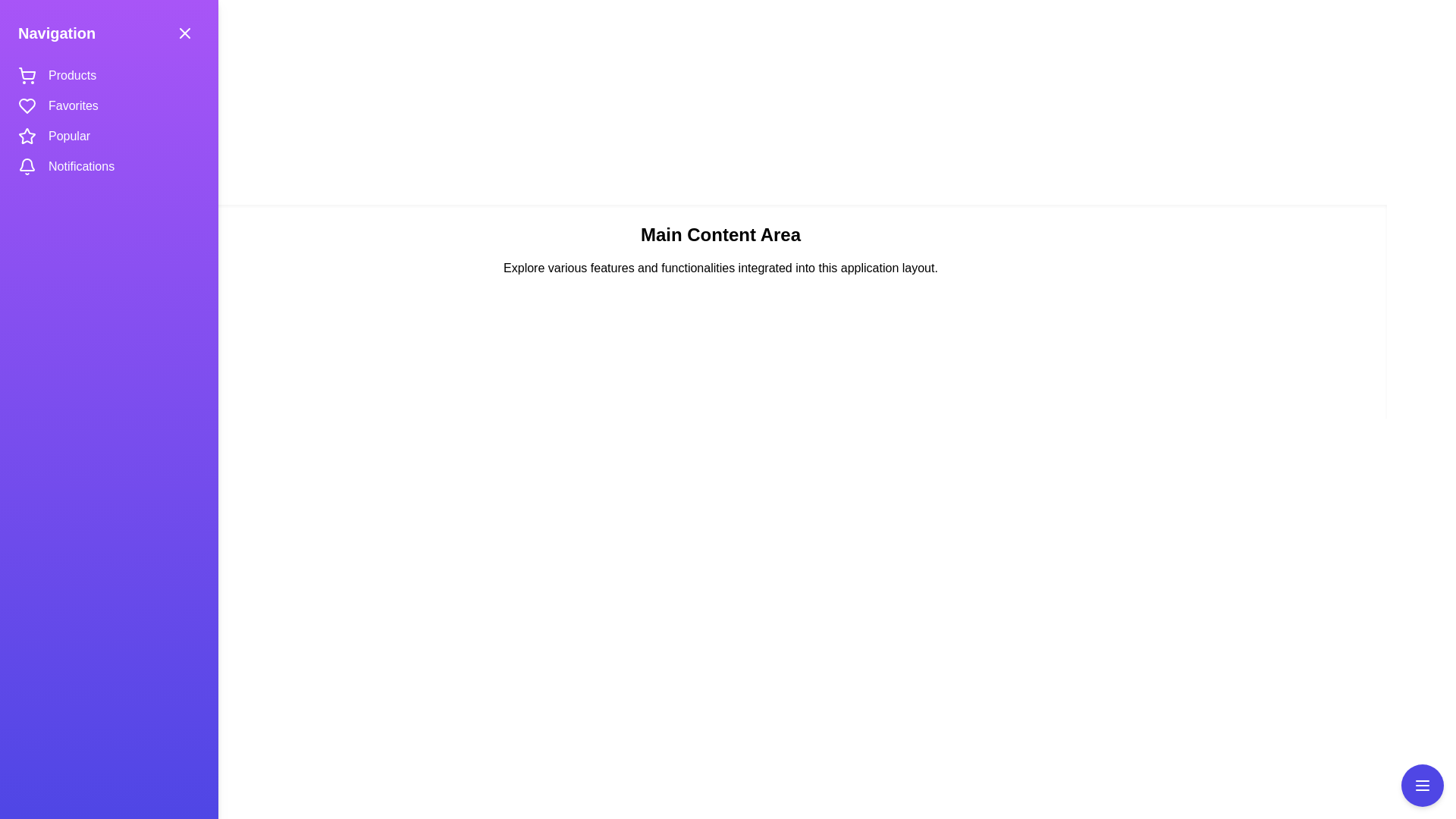 This screenshot has width=1456, height=819. Describe the element at coordinates (720, 614) in the screenshot. I see `the main content area to read the displayed text` at that location.